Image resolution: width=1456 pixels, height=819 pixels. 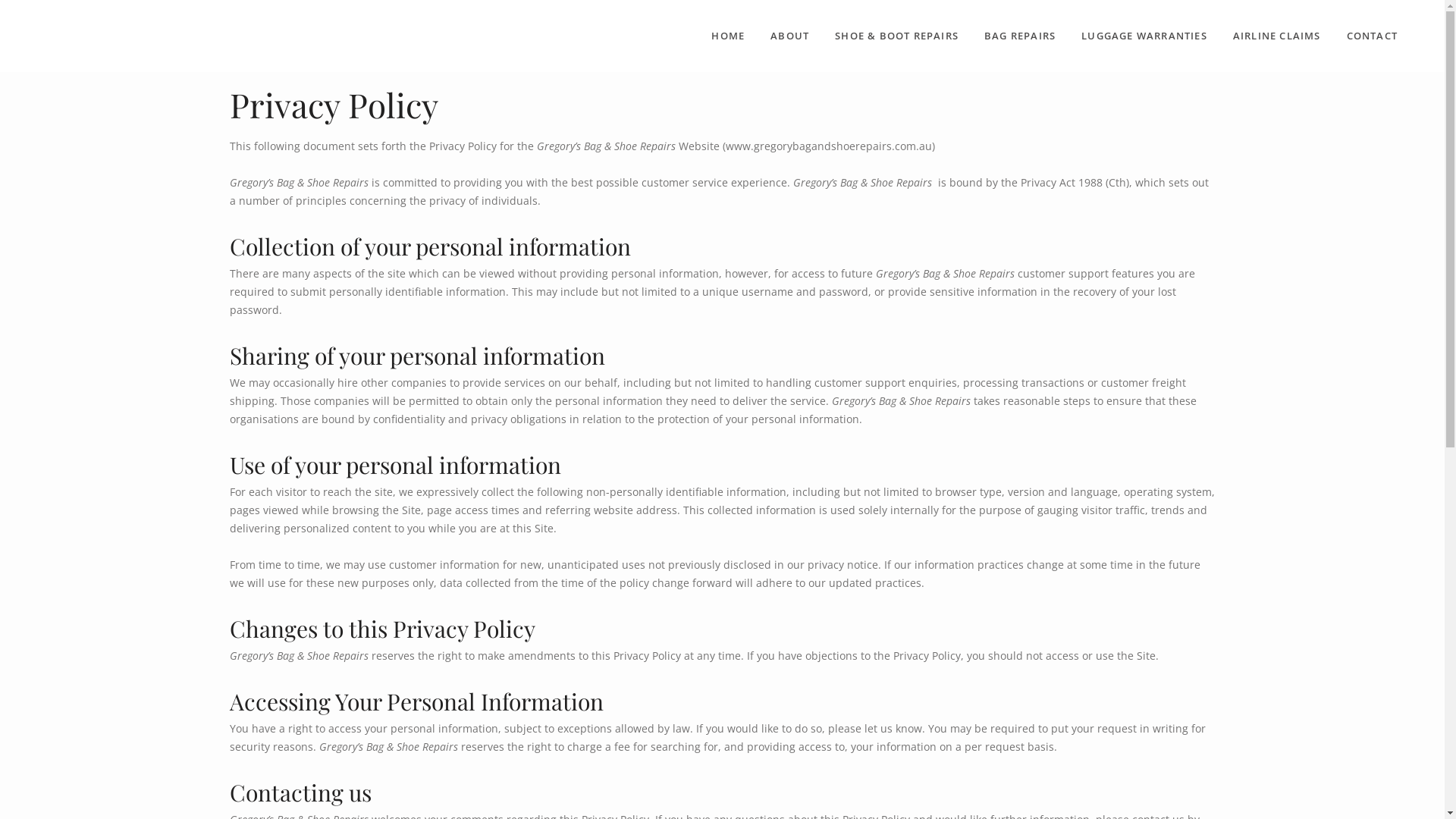 What do you see at coordinates (896, 35) in the screenshot?
I see `'SHOE & BOOT REPAIRS'` at bounding box center [896, 35].